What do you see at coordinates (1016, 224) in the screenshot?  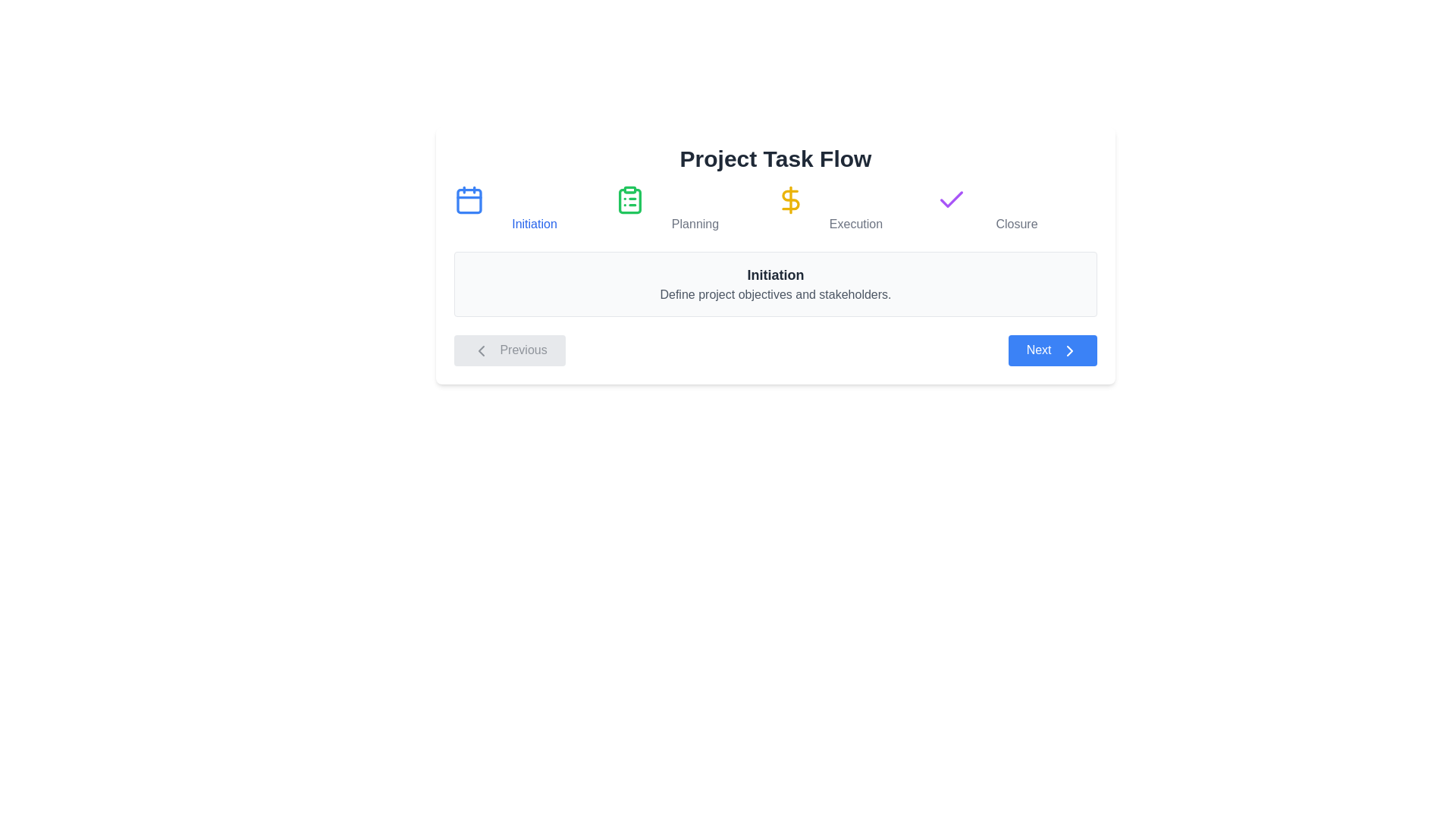 I see `the 'Closure' text label, which indicates the final phase in the project workflow, located to the right of the 'Execution' label and below a purple checkmark icon` at bounding box center [1016, 224].